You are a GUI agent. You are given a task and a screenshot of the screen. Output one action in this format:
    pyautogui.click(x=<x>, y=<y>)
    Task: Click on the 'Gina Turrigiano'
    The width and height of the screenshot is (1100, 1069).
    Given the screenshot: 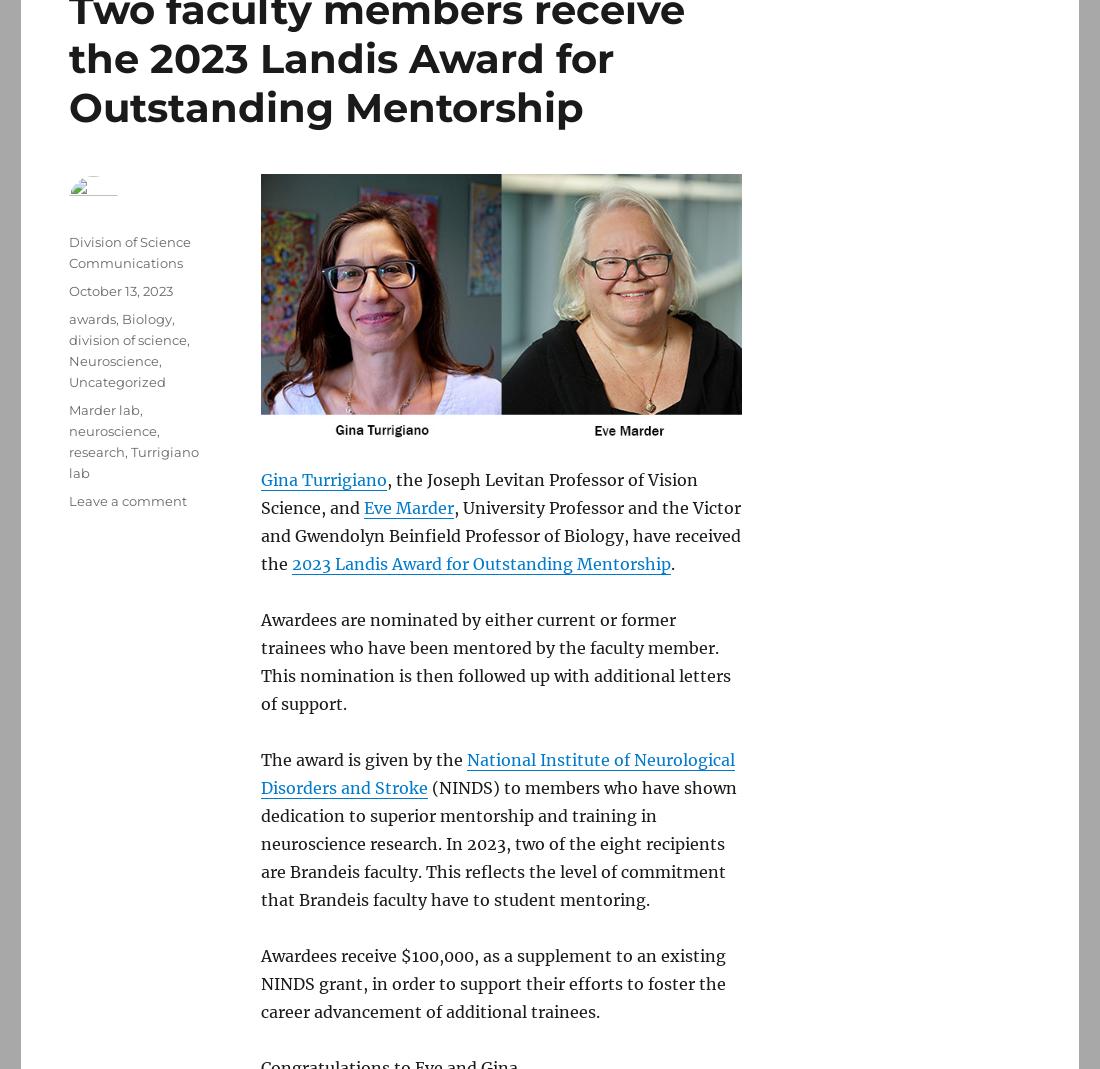 What is the action you would take?
    pyautogui.click(x=322, y=478)
    